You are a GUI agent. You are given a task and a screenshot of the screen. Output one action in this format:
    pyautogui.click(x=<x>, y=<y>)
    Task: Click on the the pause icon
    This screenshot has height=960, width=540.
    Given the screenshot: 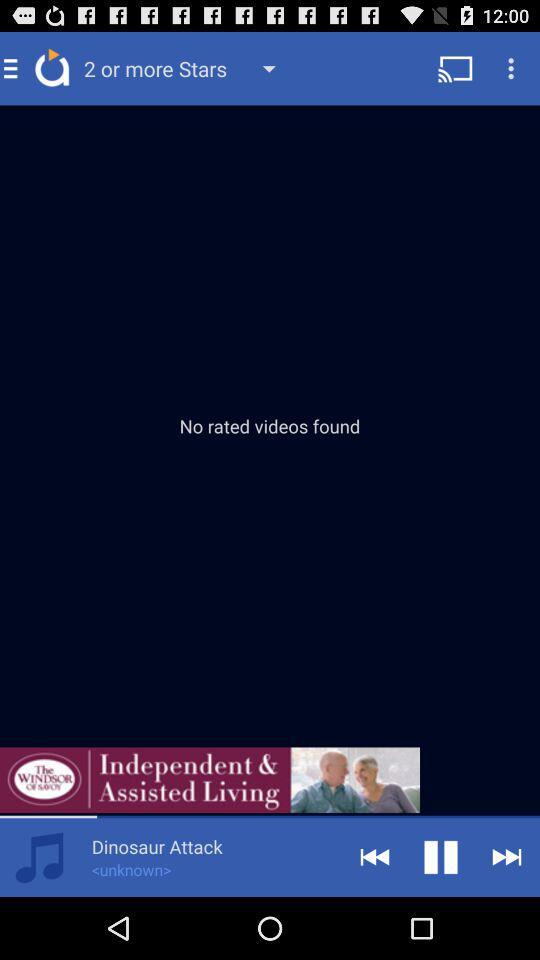 What is the action you would take?
    pyautogui.click(x=441, y=917)
    